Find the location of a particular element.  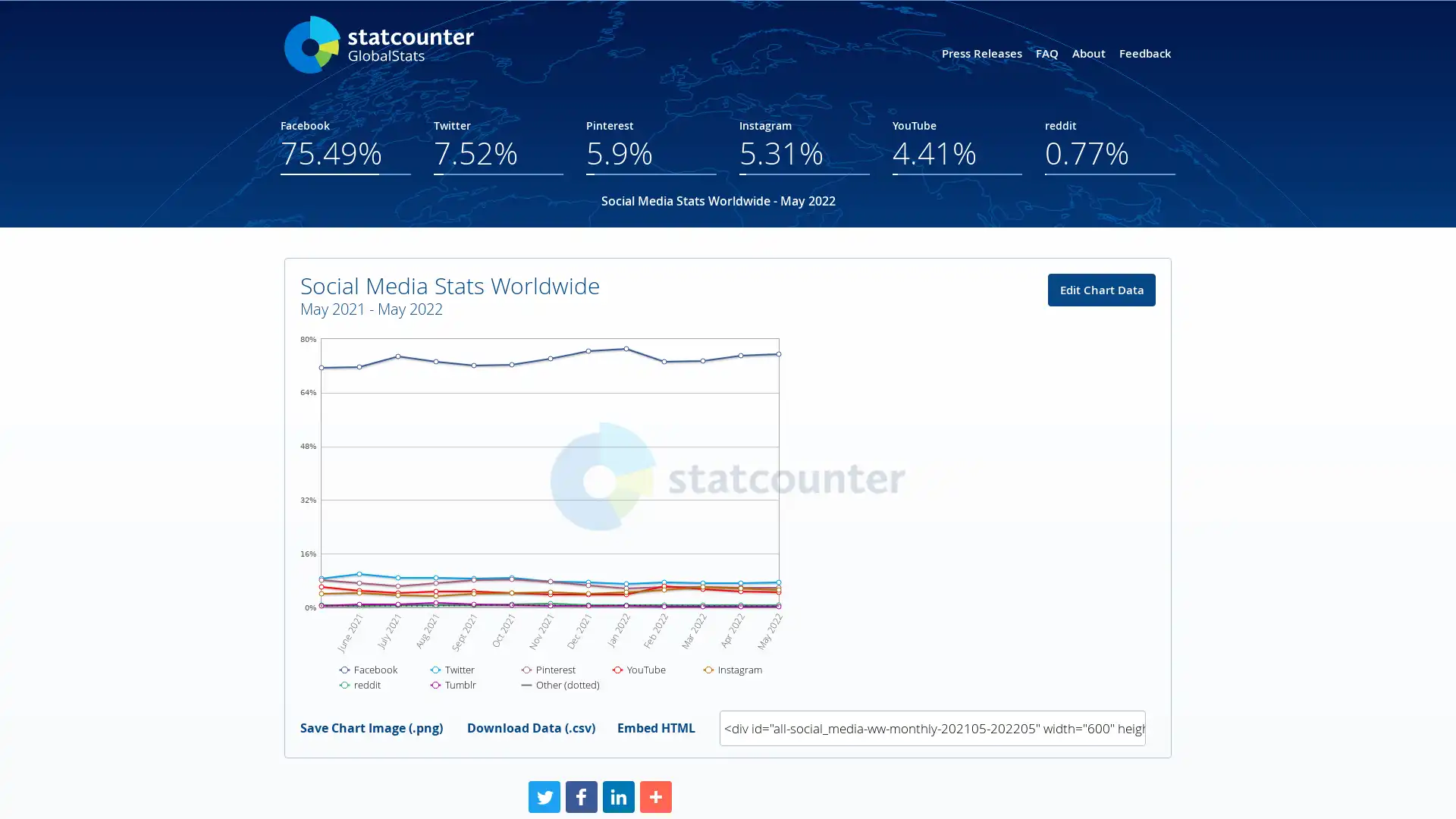

Share to Facebook Facebook is located at coordinates (650, 795).